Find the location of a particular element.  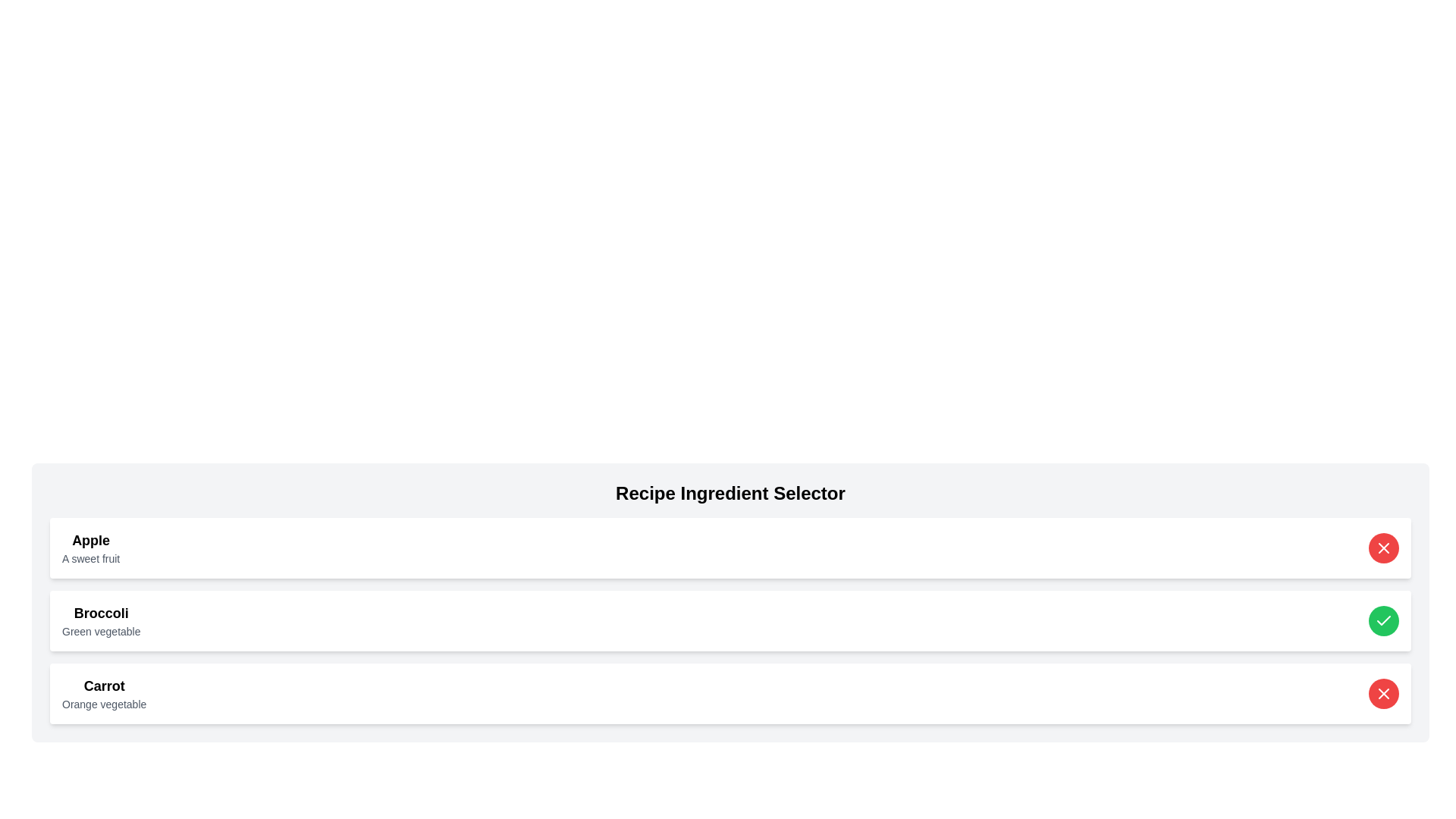

the text label displaying 'Apple' in bold, which is the first item in the 'Recipe Ingredient Selector' list is located at coordinates (90, 540).